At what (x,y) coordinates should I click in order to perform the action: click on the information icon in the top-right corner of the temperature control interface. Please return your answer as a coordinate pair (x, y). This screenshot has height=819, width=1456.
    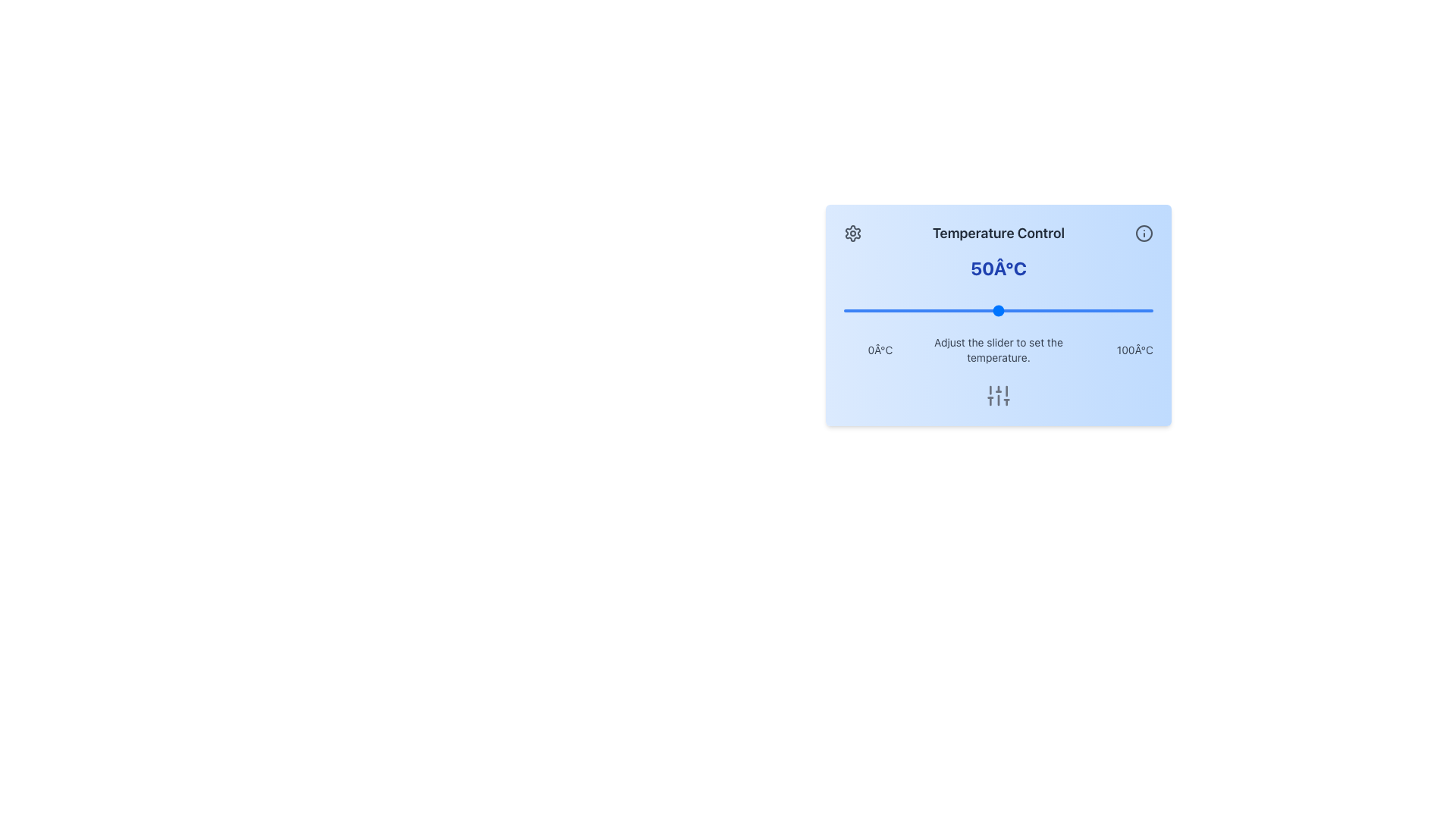
    Looking at the image, I should click on (1144, 234).